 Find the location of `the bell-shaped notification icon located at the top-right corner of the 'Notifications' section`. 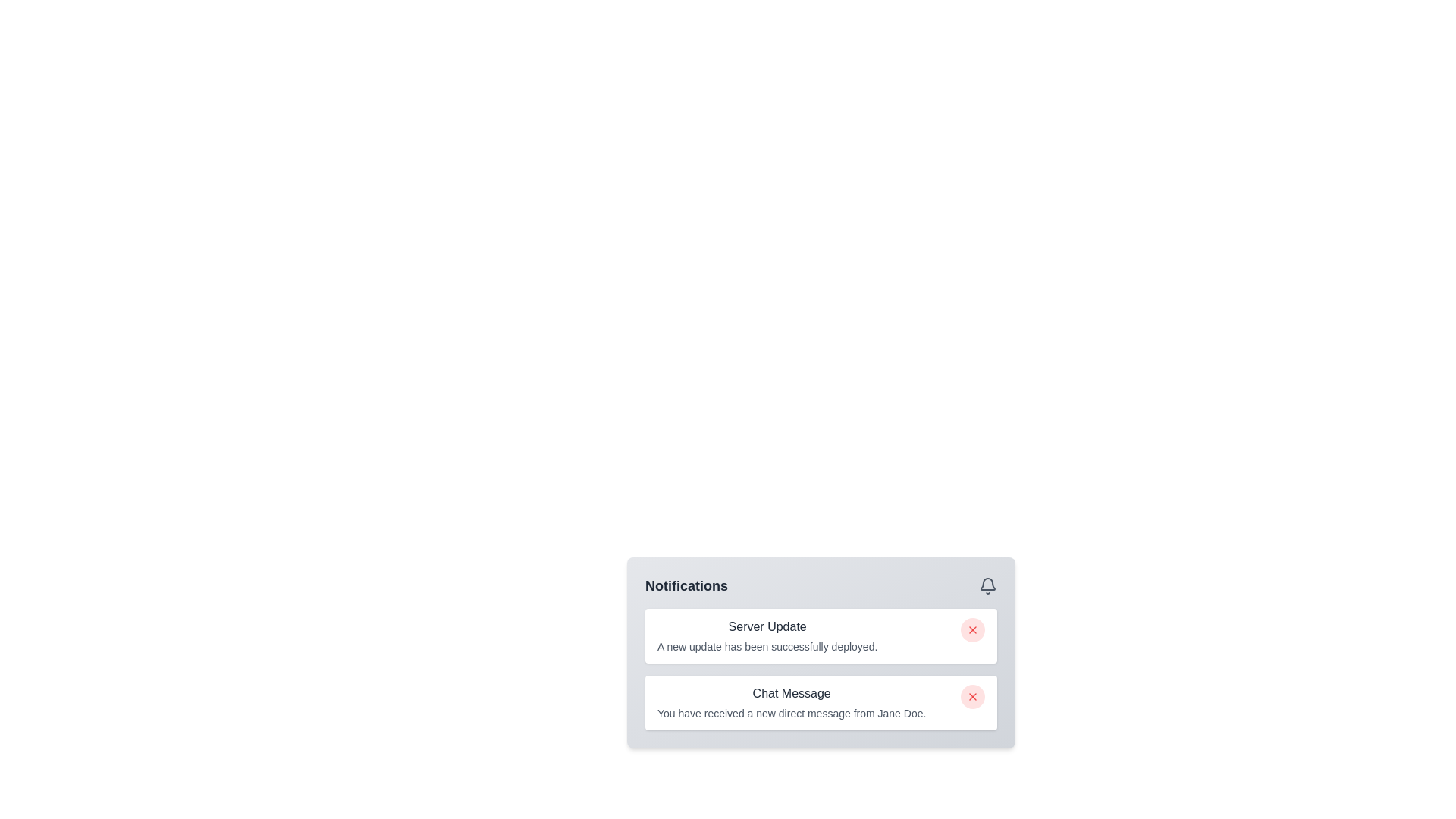

the bell-shaped notification icon located at the top-right corner of the 'Notifications' section is located at coordinates (987, 585).